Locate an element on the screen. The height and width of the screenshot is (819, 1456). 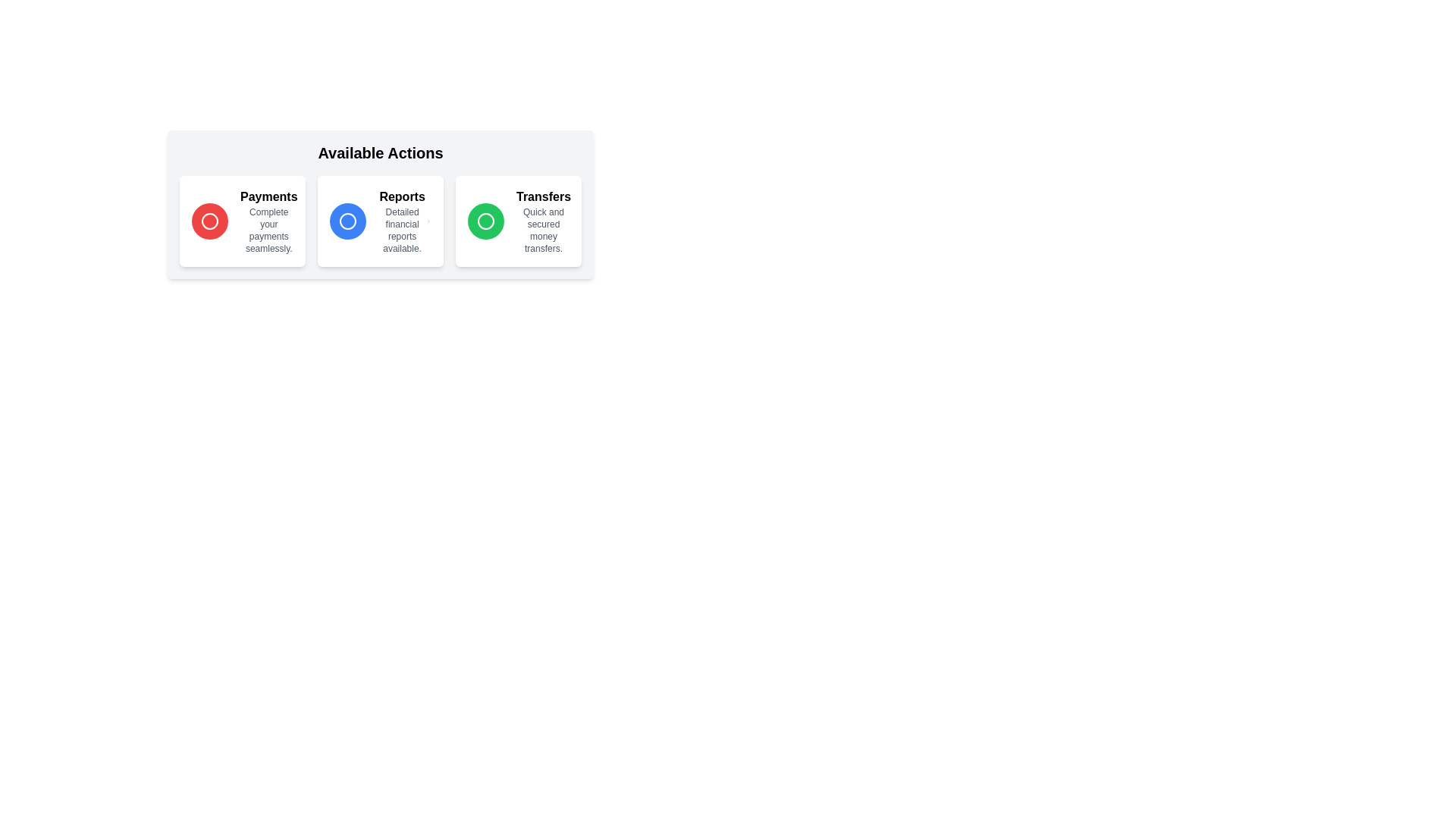
the text block that provides contextual details about the 'Reports' section, located in the middle panel below the 'Reports' heading and above a circular blue icon is located at coordinates (402, 231).